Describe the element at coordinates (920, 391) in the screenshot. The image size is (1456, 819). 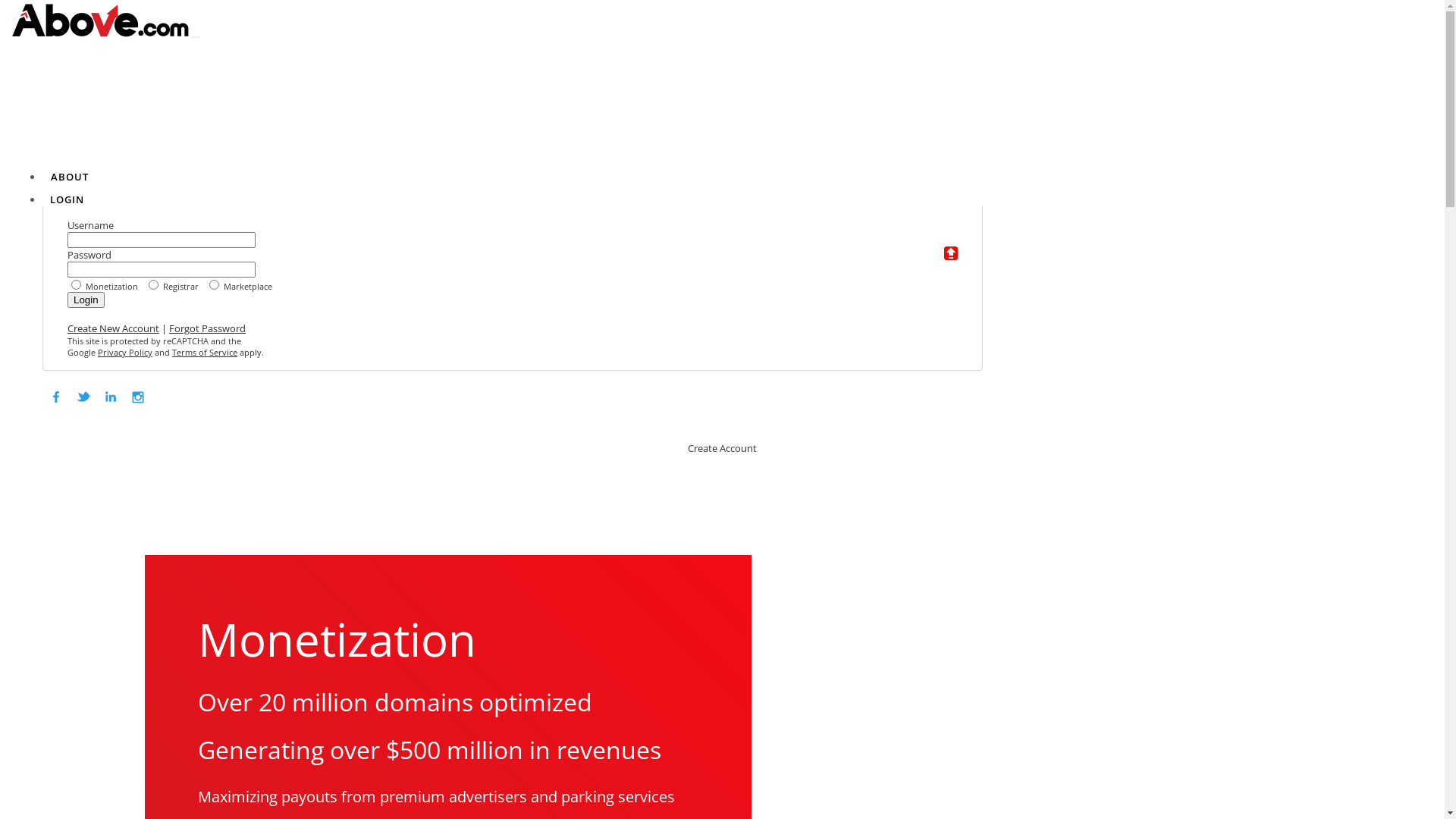
I see `'Registration'` at that location.